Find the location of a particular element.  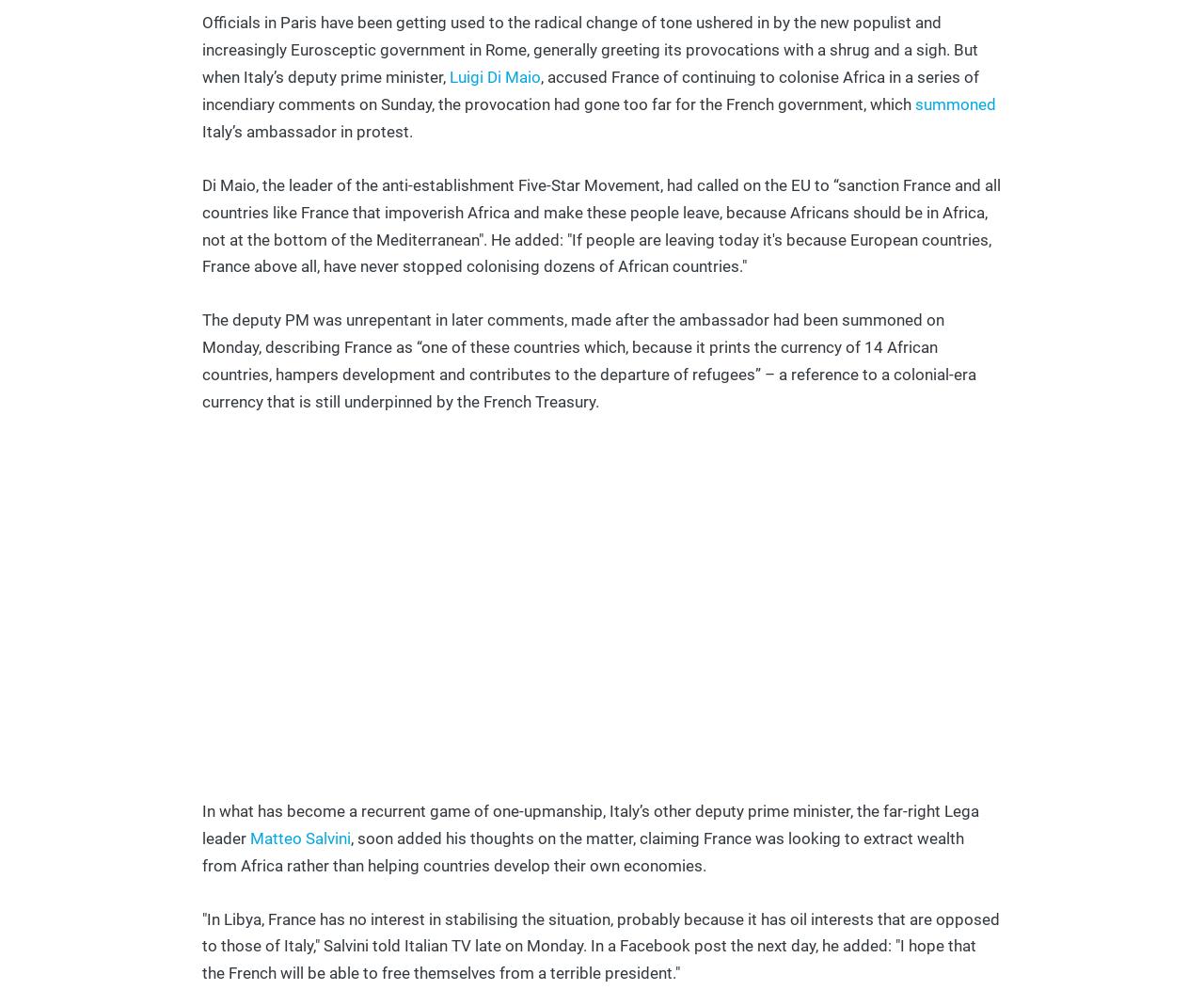

', accused France of continuing to colonise Africa in a series of incendiary comments on Sunday, the provocation had gone too far for the French government, which' is located at coordinates (202, 89).